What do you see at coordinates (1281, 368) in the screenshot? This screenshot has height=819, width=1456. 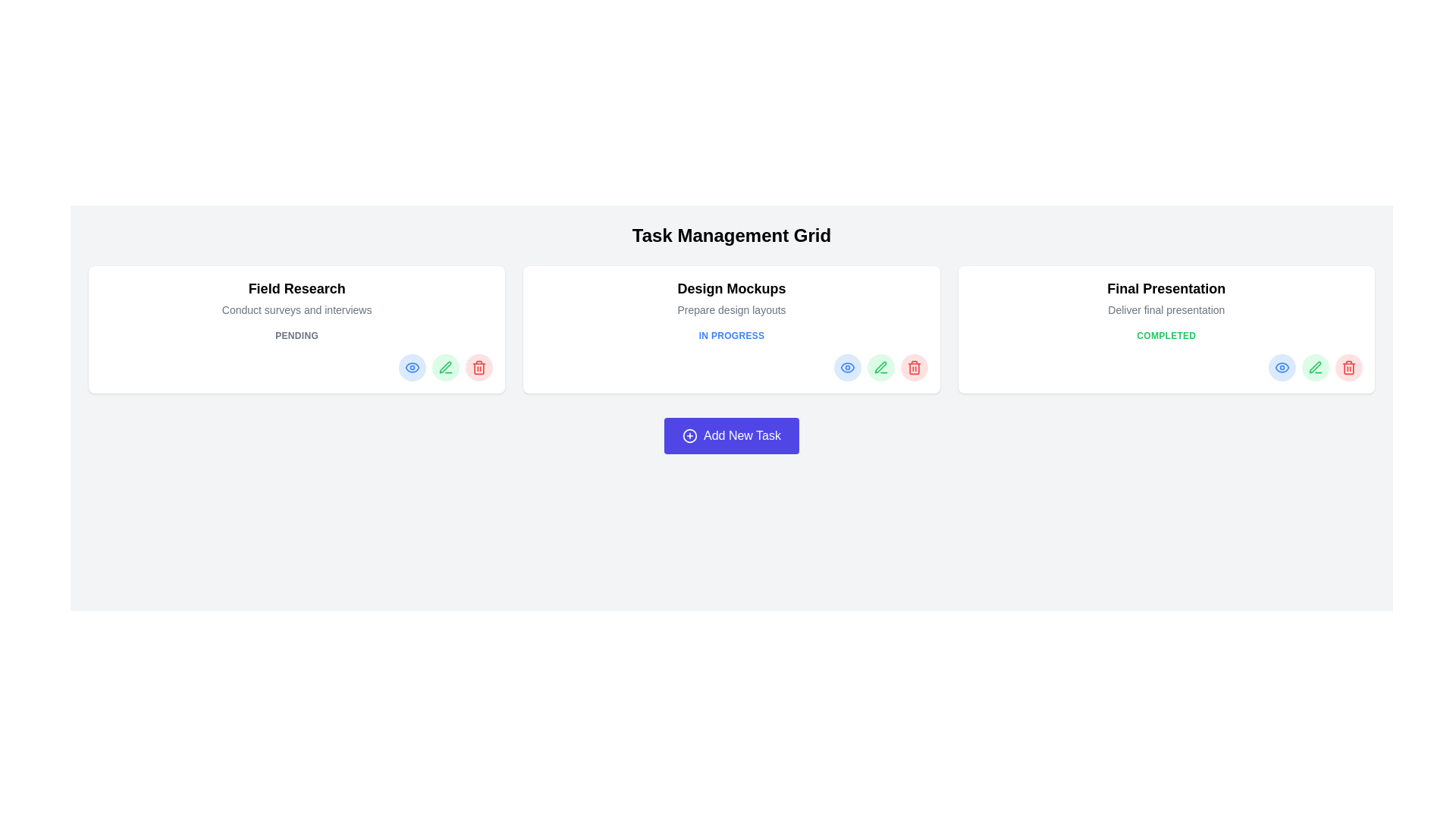 I see `the 'view' icon button for the 'Final Presentation' task` at bounding box center [1281, 368].